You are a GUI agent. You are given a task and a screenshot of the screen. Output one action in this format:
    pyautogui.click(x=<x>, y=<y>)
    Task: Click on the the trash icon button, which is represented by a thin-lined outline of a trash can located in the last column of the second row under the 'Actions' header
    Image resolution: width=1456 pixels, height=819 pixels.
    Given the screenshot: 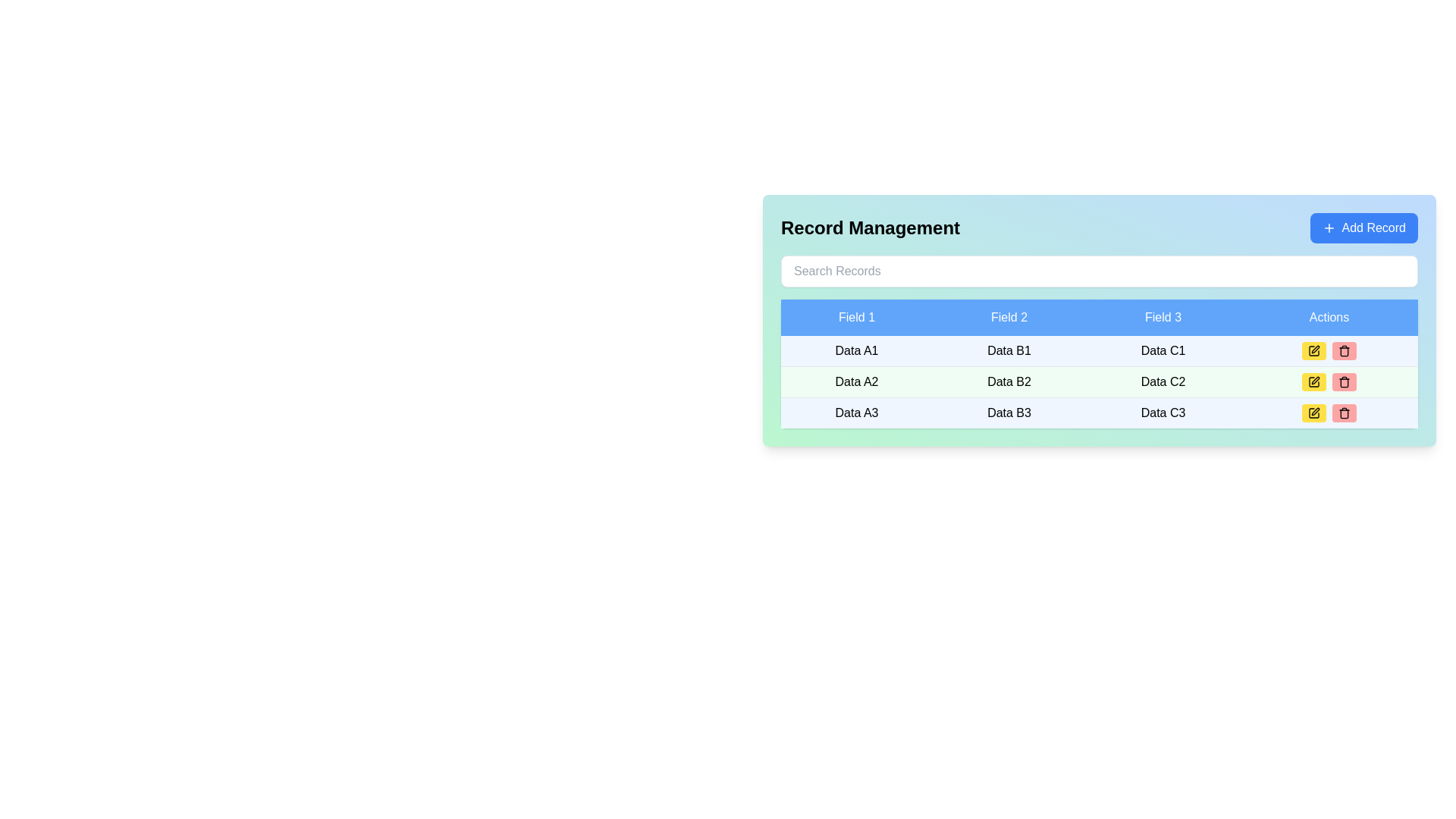 What is the action you would take?
    pyautogui.click(x=1344, y=413)
    